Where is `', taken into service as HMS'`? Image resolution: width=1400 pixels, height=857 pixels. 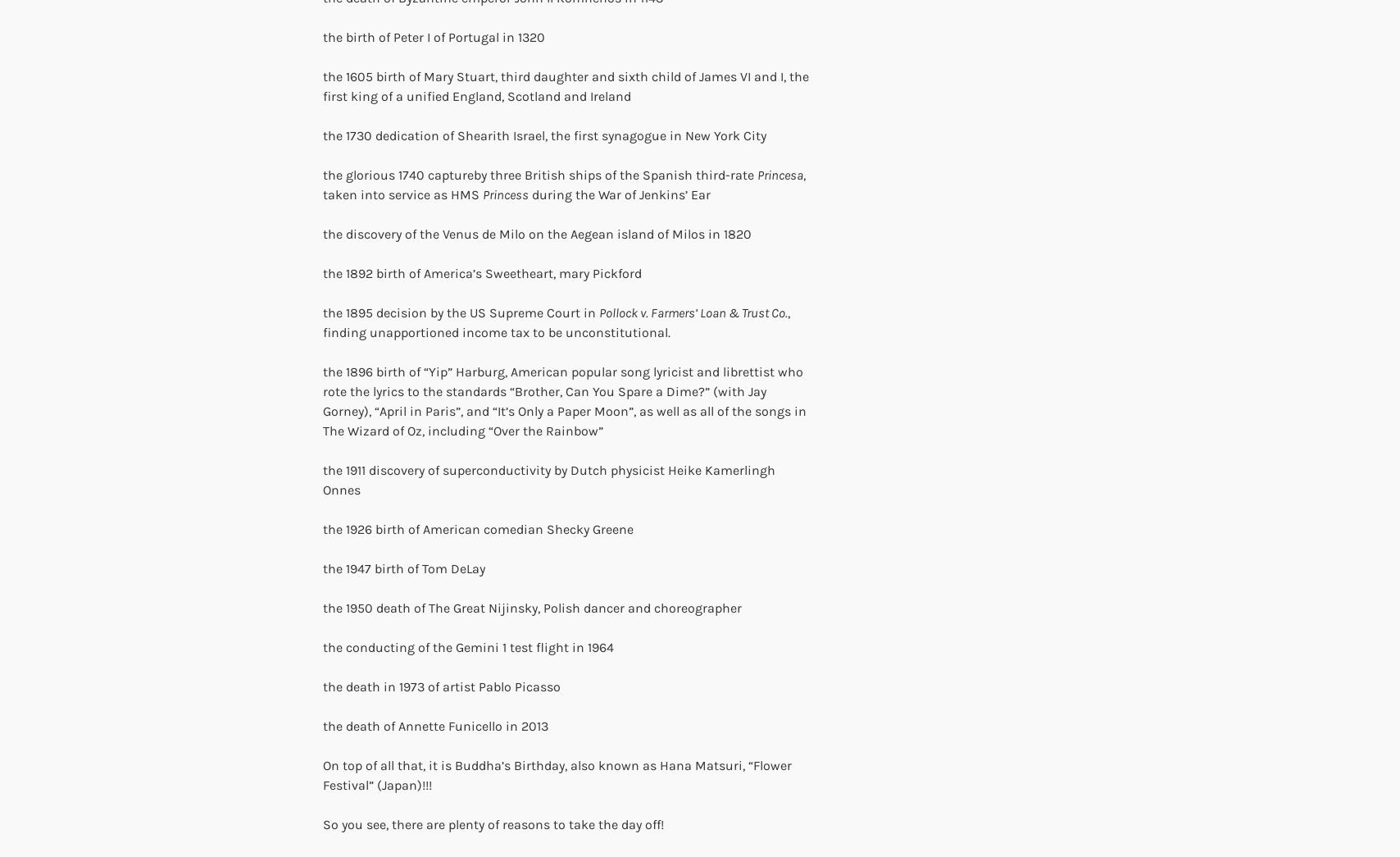
', taken into service as HMS' is located at coordinates (323, 185).